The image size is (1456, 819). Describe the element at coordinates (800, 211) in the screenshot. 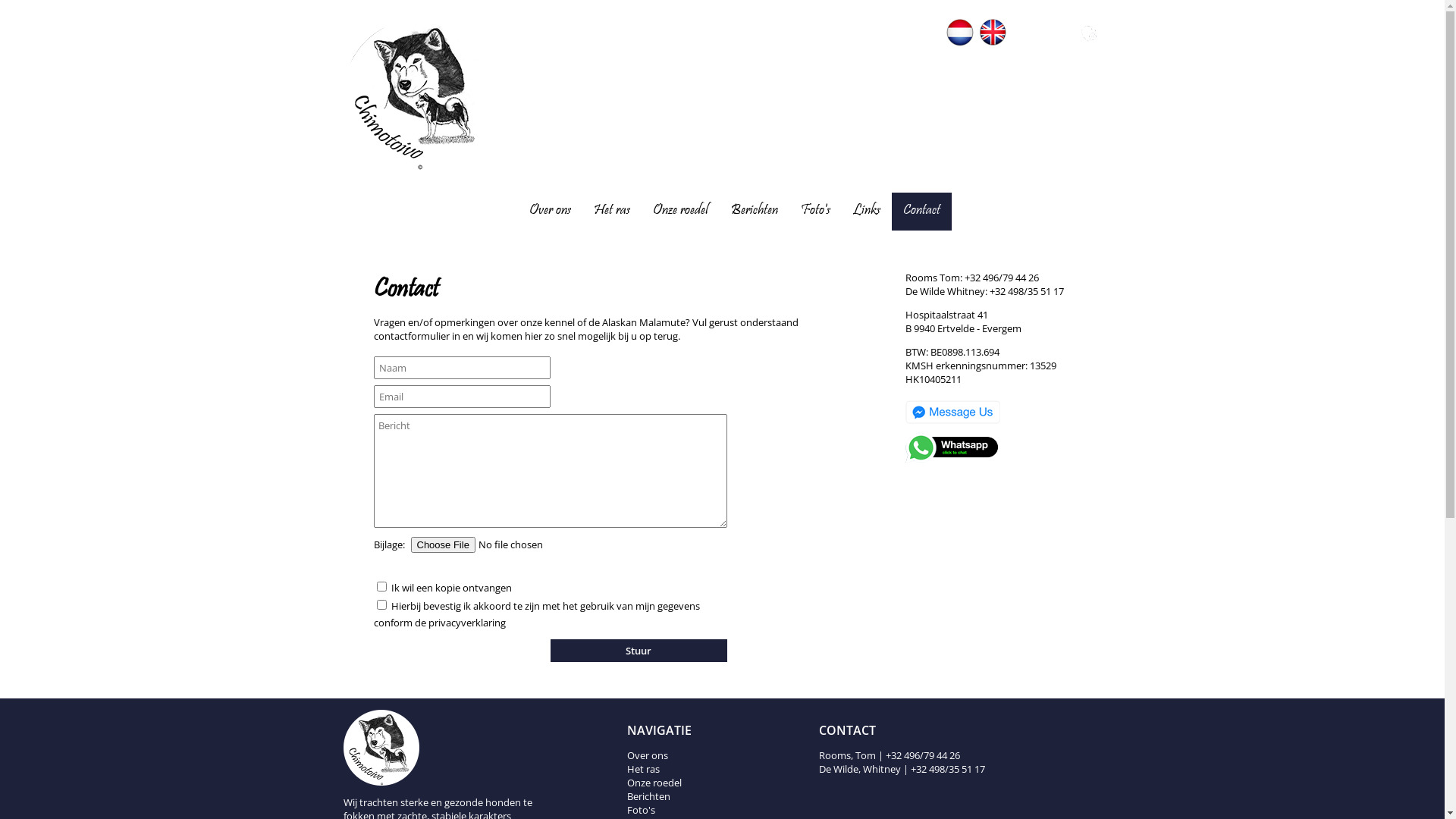

I see `'Foto's'` at that location.